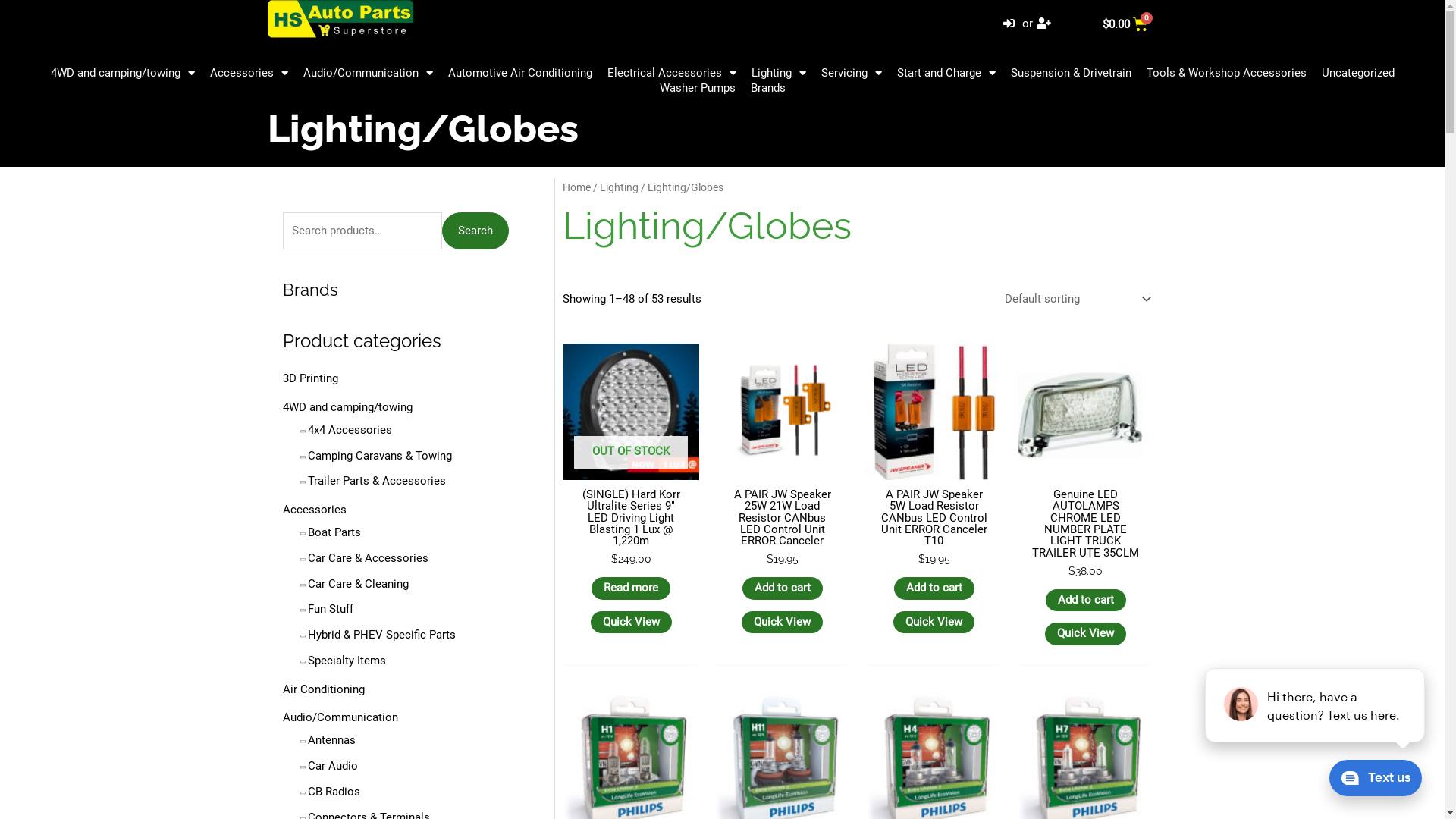 The height and width of the screenshot is (819, 1456). Describe the element at coordinates (307, 766) in the screenshot. I see `'Car Audio'` at that location.